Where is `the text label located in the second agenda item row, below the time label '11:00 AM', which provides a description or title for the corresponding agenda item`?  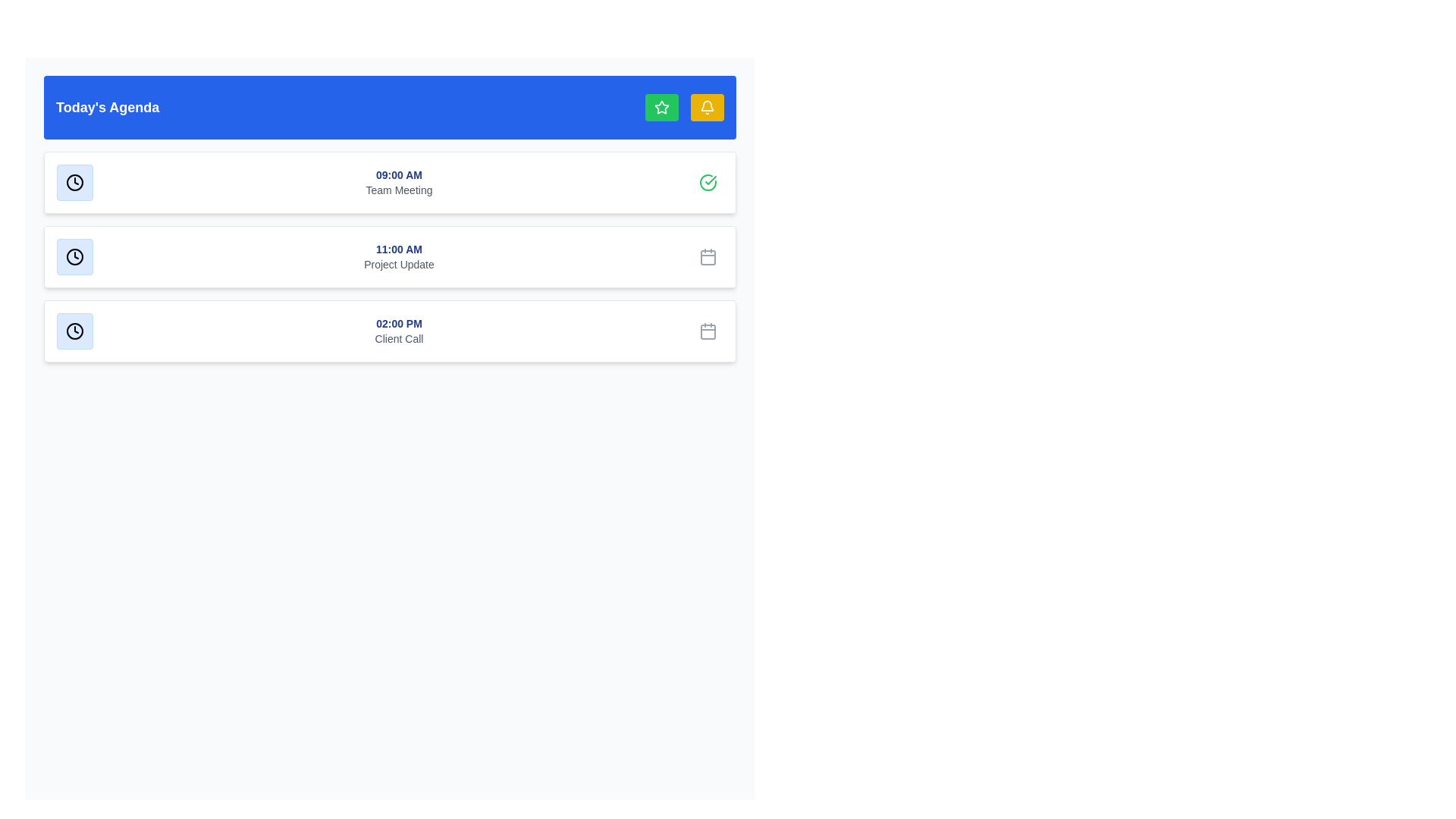 the text label located in the second agenda item row, below the time label '11:00 AM', which provides a description or title for the corresponding agenda item is located at coordinates (399, 263).